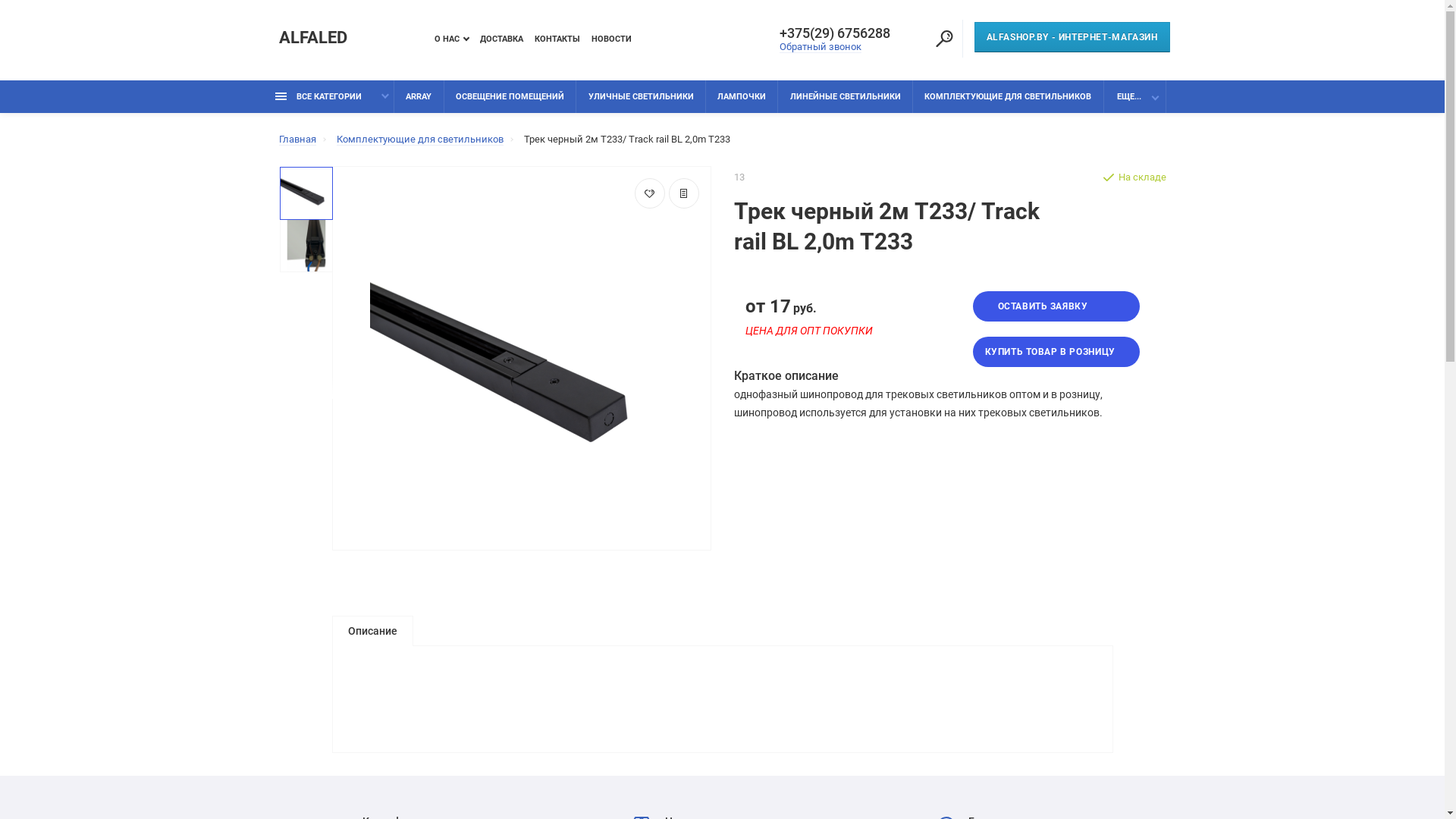  I want to click on 'ARRAY', so click(419, 96).